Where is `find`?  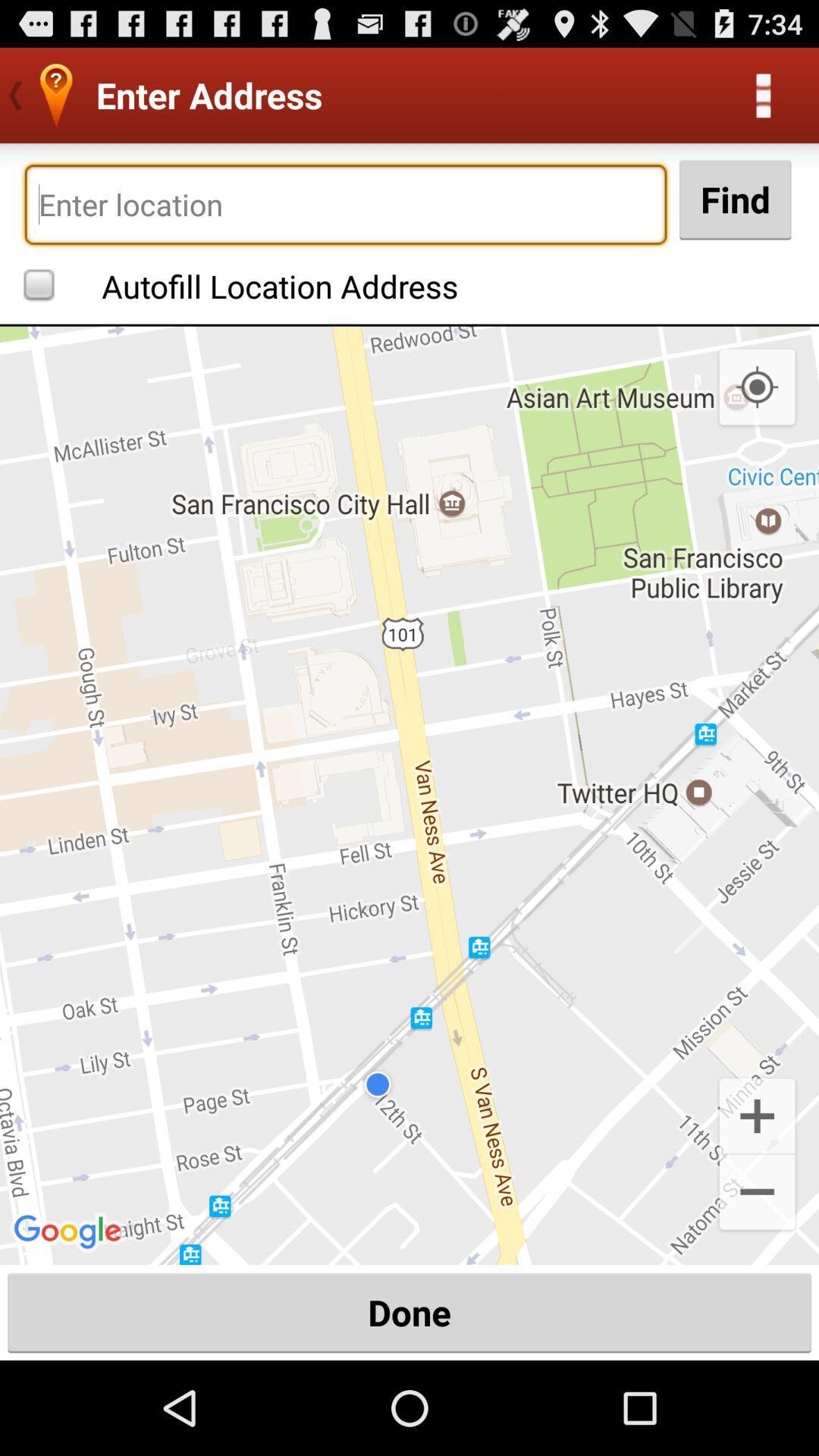
find is located at coordinates (734, 199).